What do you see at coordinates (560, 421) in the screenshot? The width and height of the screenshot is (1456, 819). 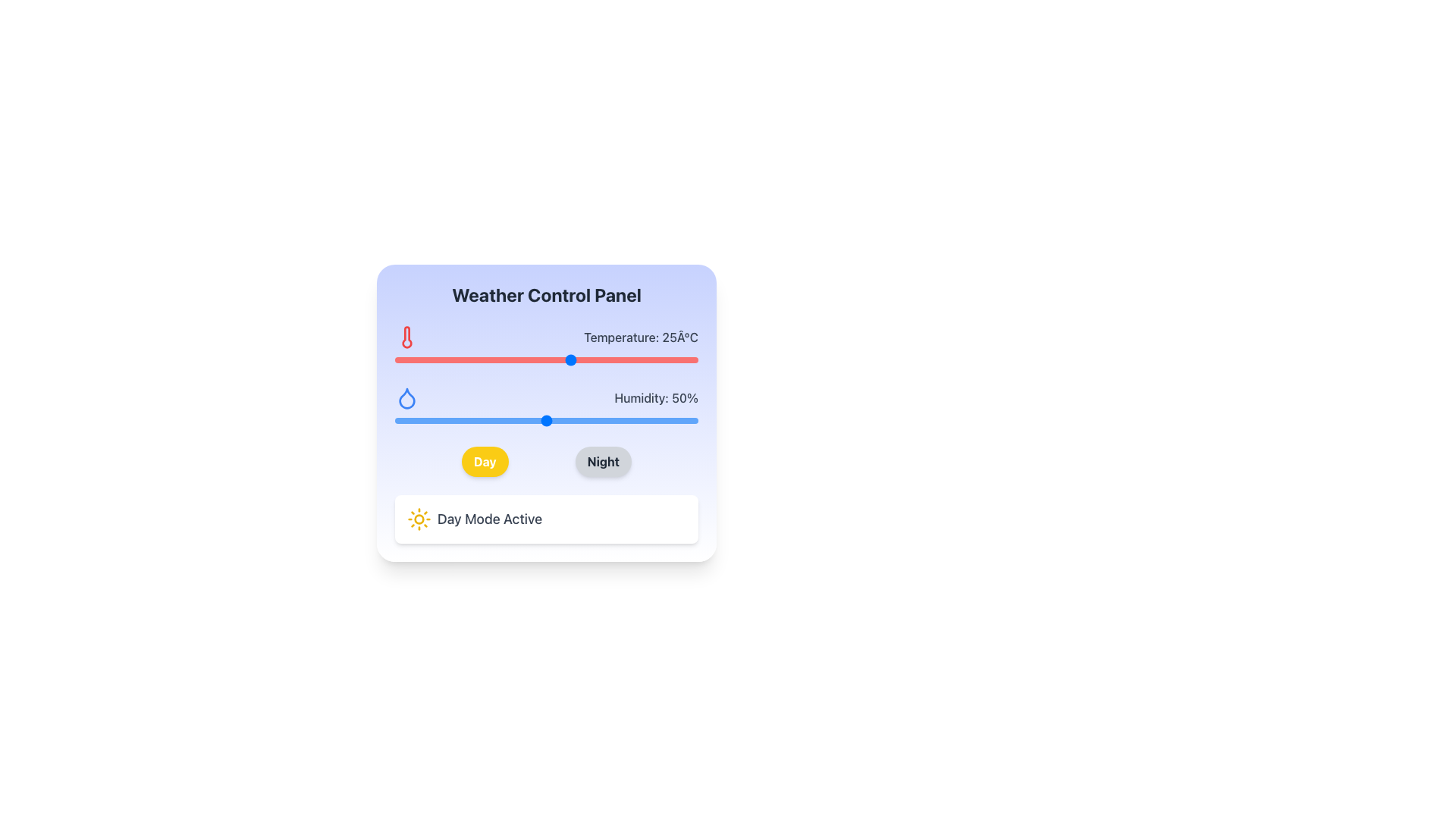 I see `humidity level` at bounding box center [560, 421].